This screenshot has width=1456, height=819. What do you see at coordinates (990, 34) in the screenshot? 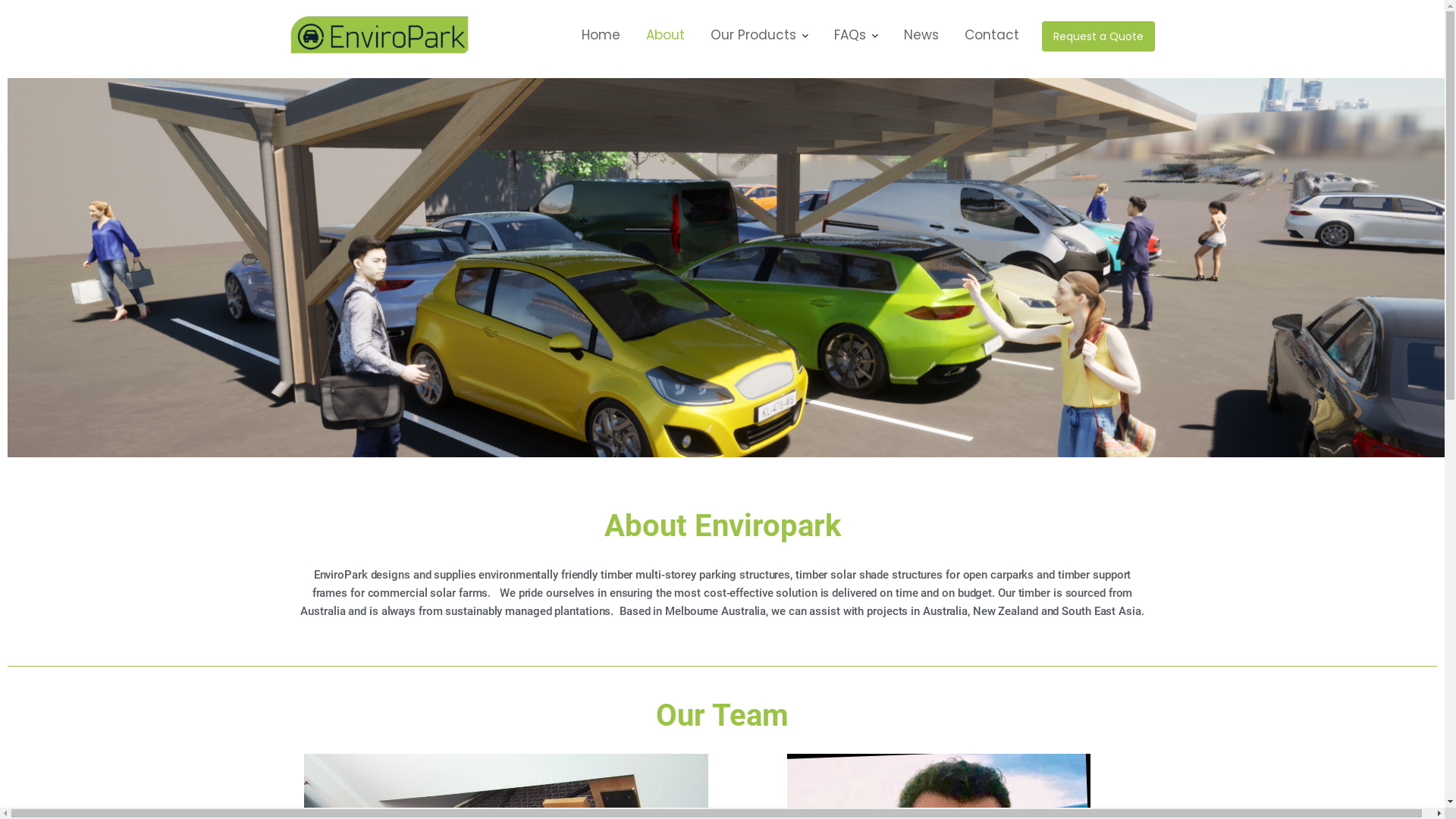
I see `'Contact'` at bounding box center [990, 34].